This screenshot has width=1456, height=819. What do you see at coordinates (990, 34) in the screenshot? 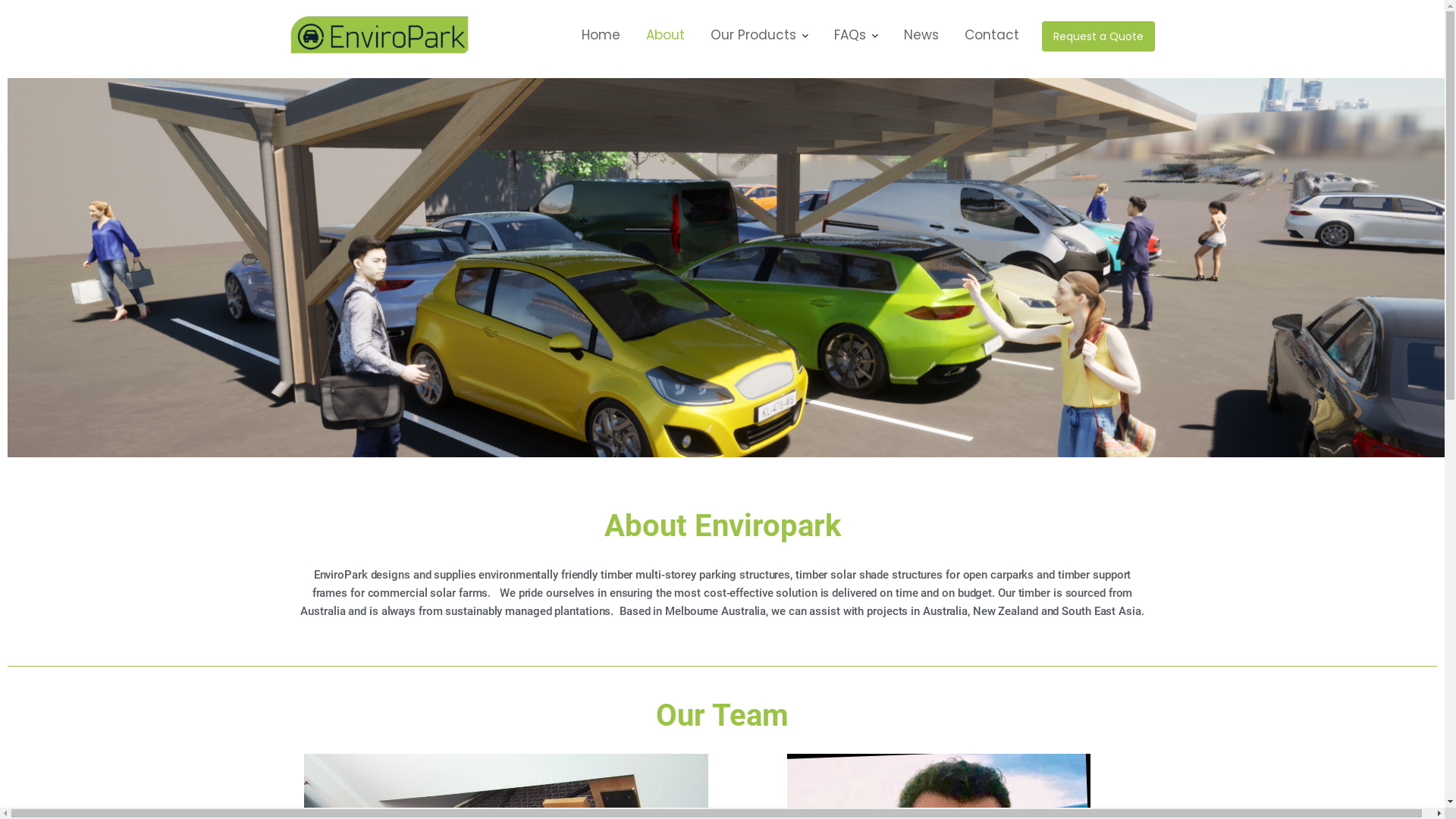
I see `'Contact'` at bounding box center [990, 34].